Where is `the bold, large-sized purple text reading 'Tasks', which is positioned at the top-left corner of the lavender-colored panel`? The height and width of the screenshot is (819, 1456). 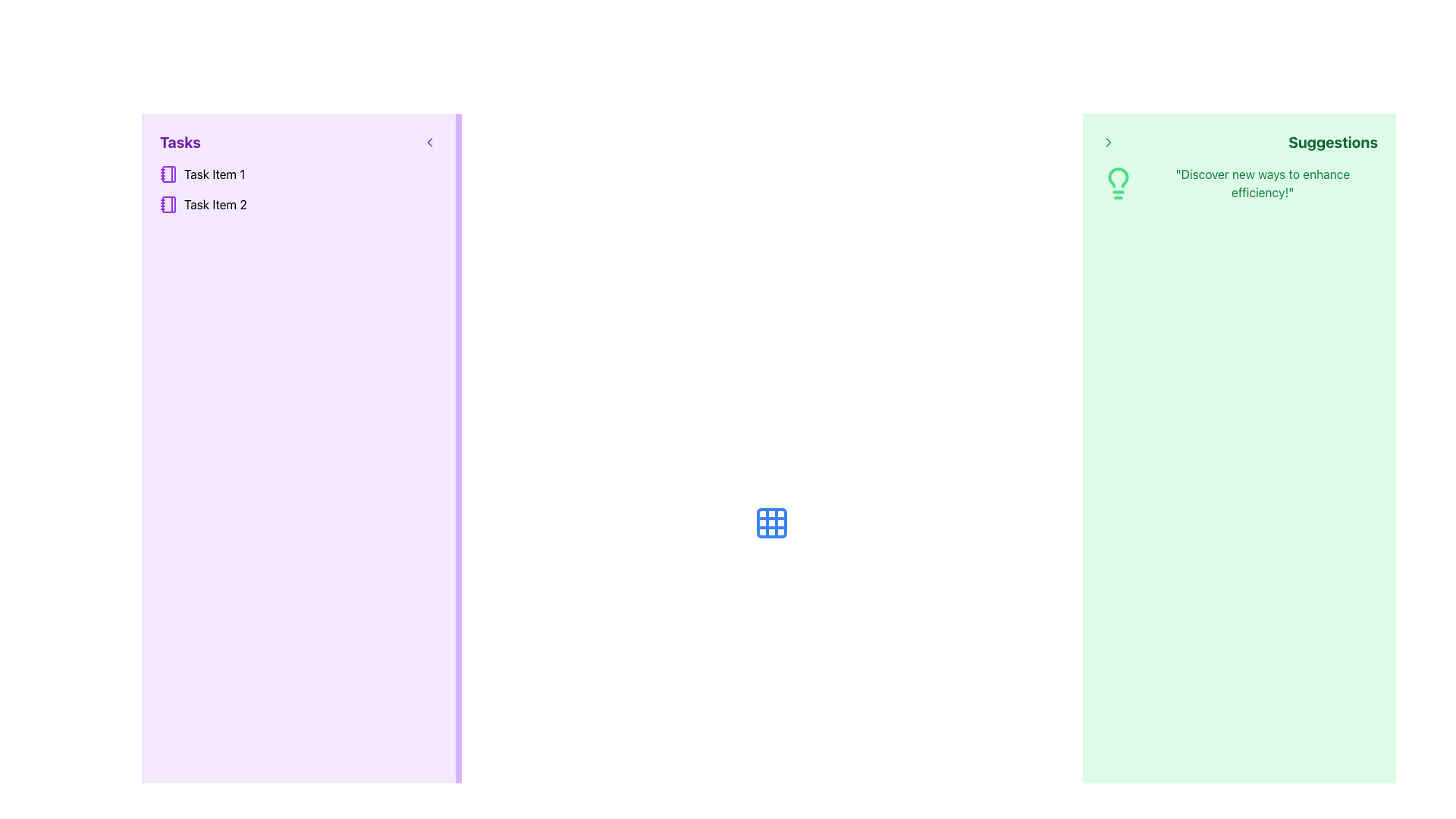
the bold, large-sized purple text reading 'Tasks', which is positioned at the top-left corner of the lavender-colored panel is located at coordinates (180, 143).